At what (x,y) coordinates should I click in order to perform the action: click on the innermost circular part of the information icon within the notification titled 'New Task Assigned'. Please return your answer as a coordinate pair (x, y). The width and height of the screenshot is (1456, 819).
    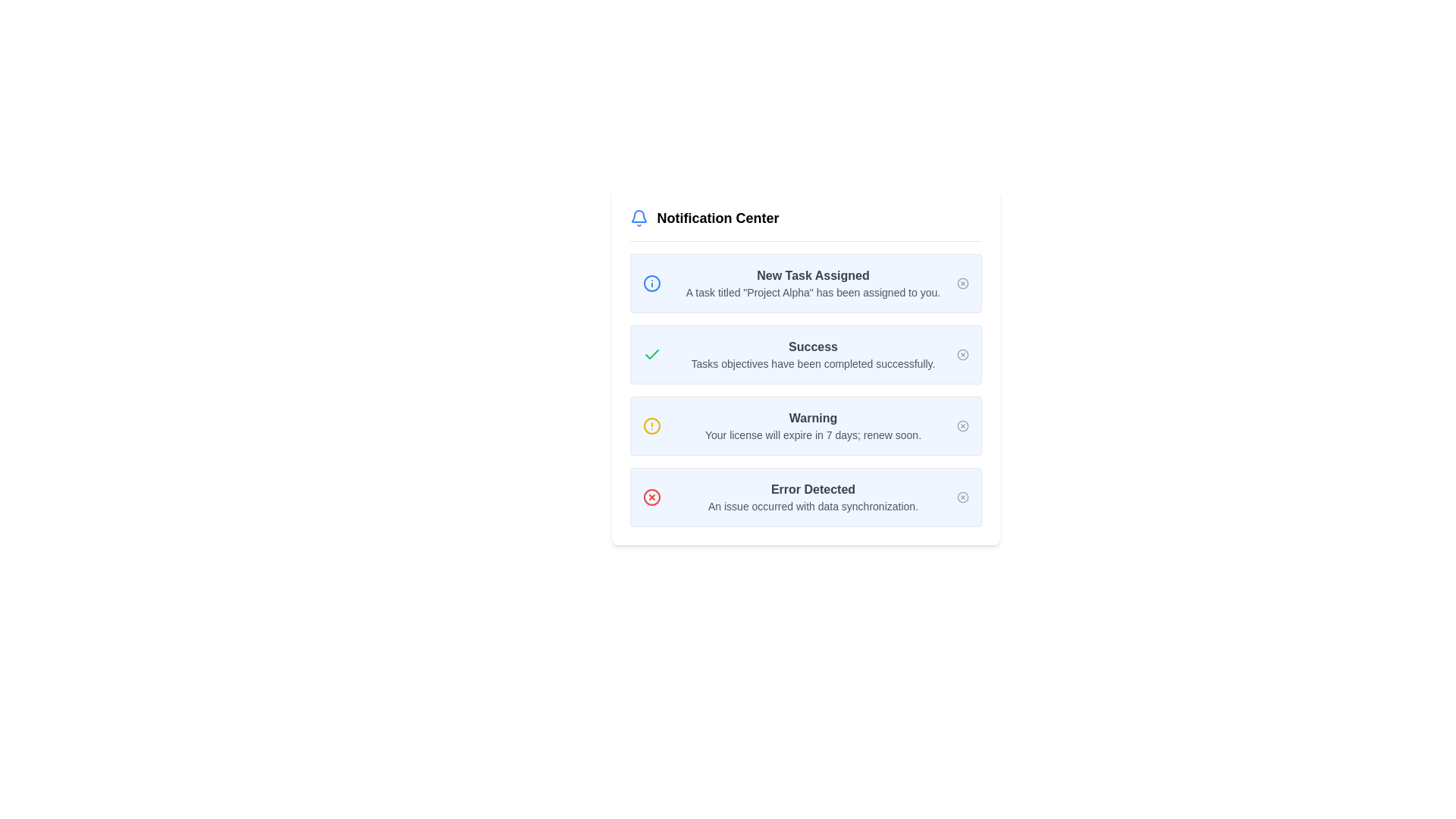
    Looking at the image, I should click on (651, 284).